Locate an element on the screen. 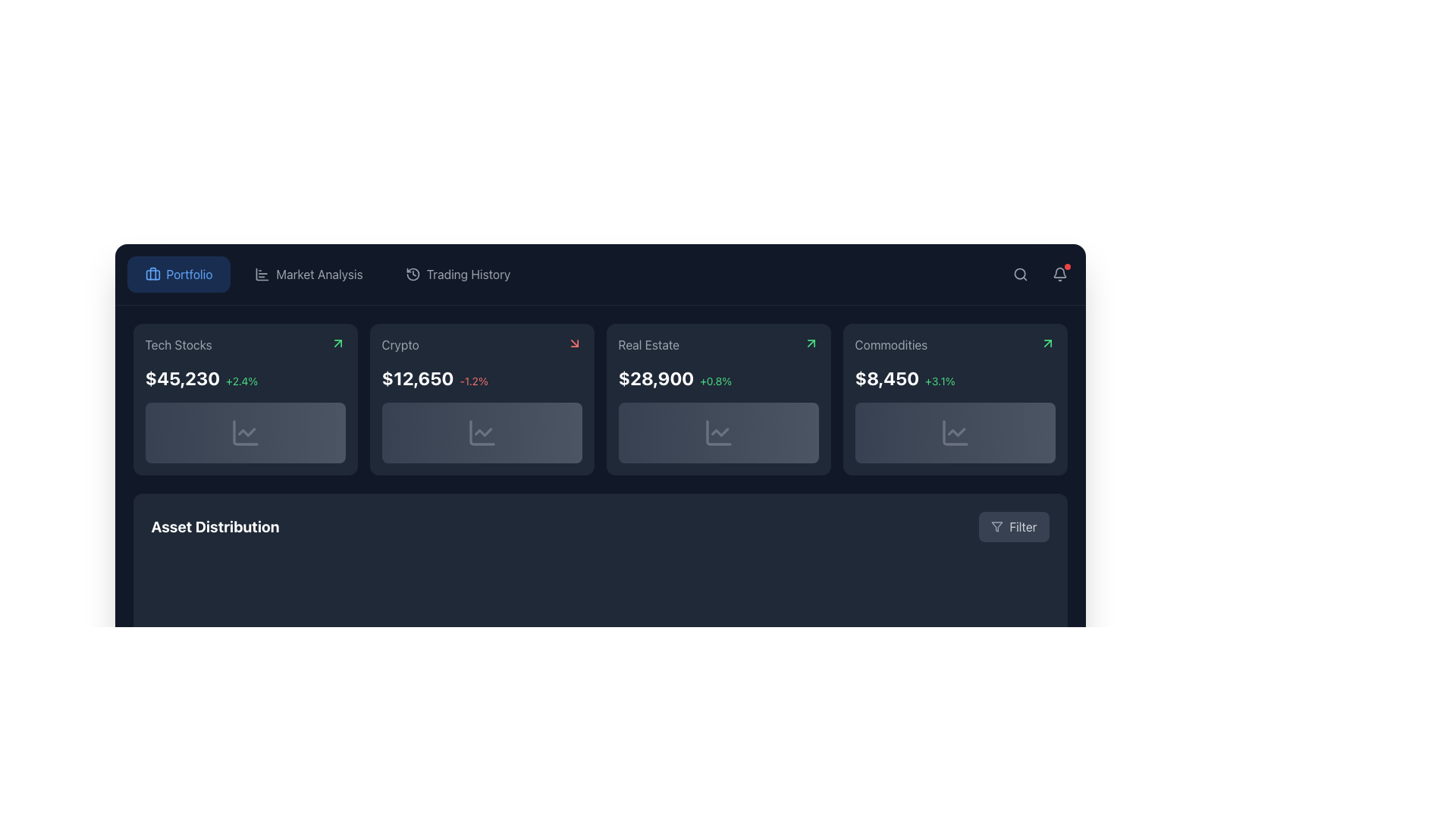 The height and width of the screenshot is (819, 1456). the static descriptive text displaying 'Crypto' which is styled in gray color against a dark background, located at the top-left area of the 'Crypto' category box is located at coordinates (400, 345).